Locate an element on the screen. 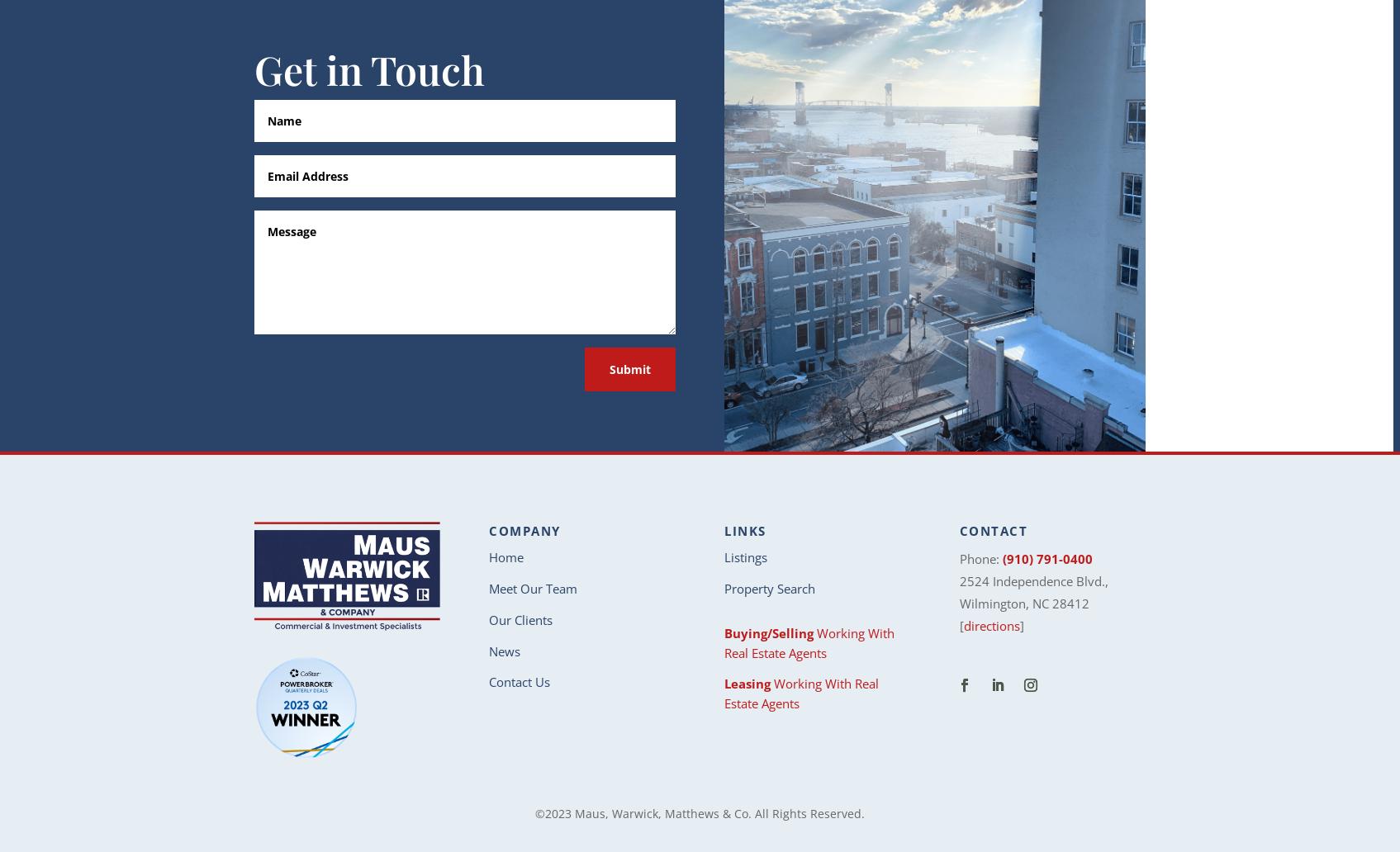  'Contact Us' is located at coordinates (519, 682).